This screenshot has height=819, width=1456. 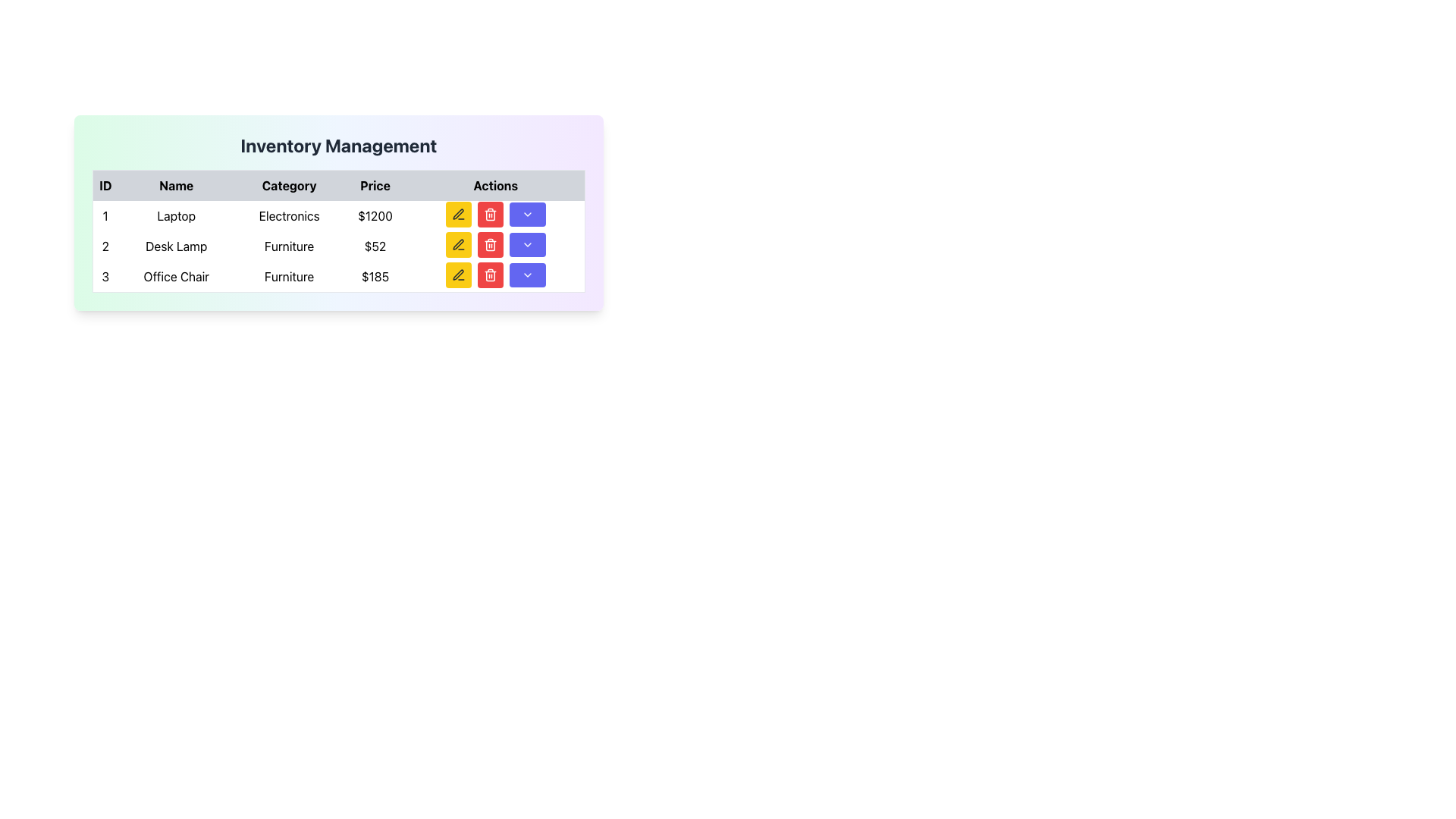 What do you see at coordinates (457, 275) in the screenshot?
I see `the pen icon button with a yellow rectangular background and black border located in the 'Actions' column of the table` at bounding box center [457, 275].